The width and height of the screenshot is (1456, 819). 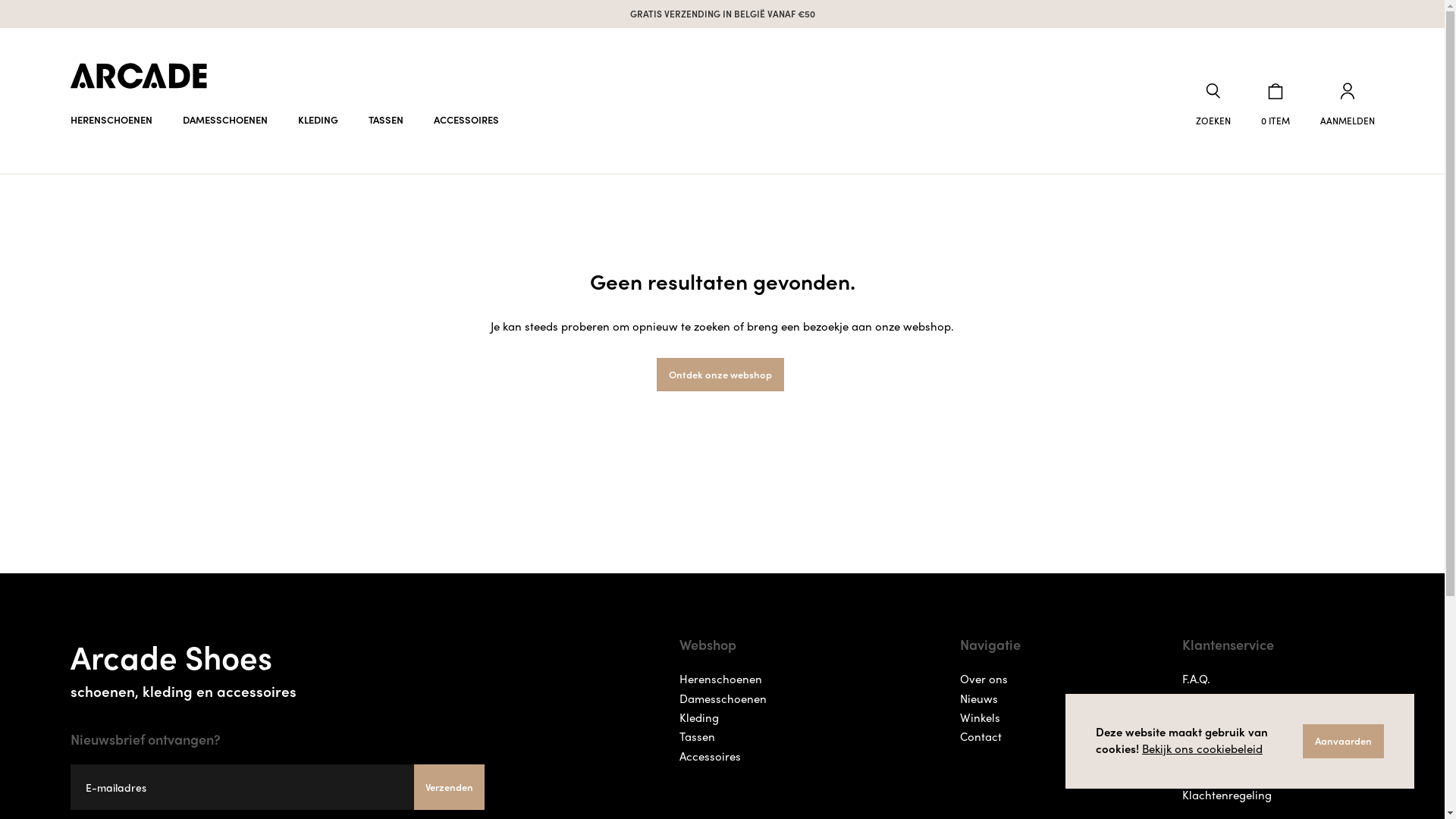 What do you see at coordinates (980, 717) in the screenshot?
I see `'Winkels'` at bounding box center [980, 717].